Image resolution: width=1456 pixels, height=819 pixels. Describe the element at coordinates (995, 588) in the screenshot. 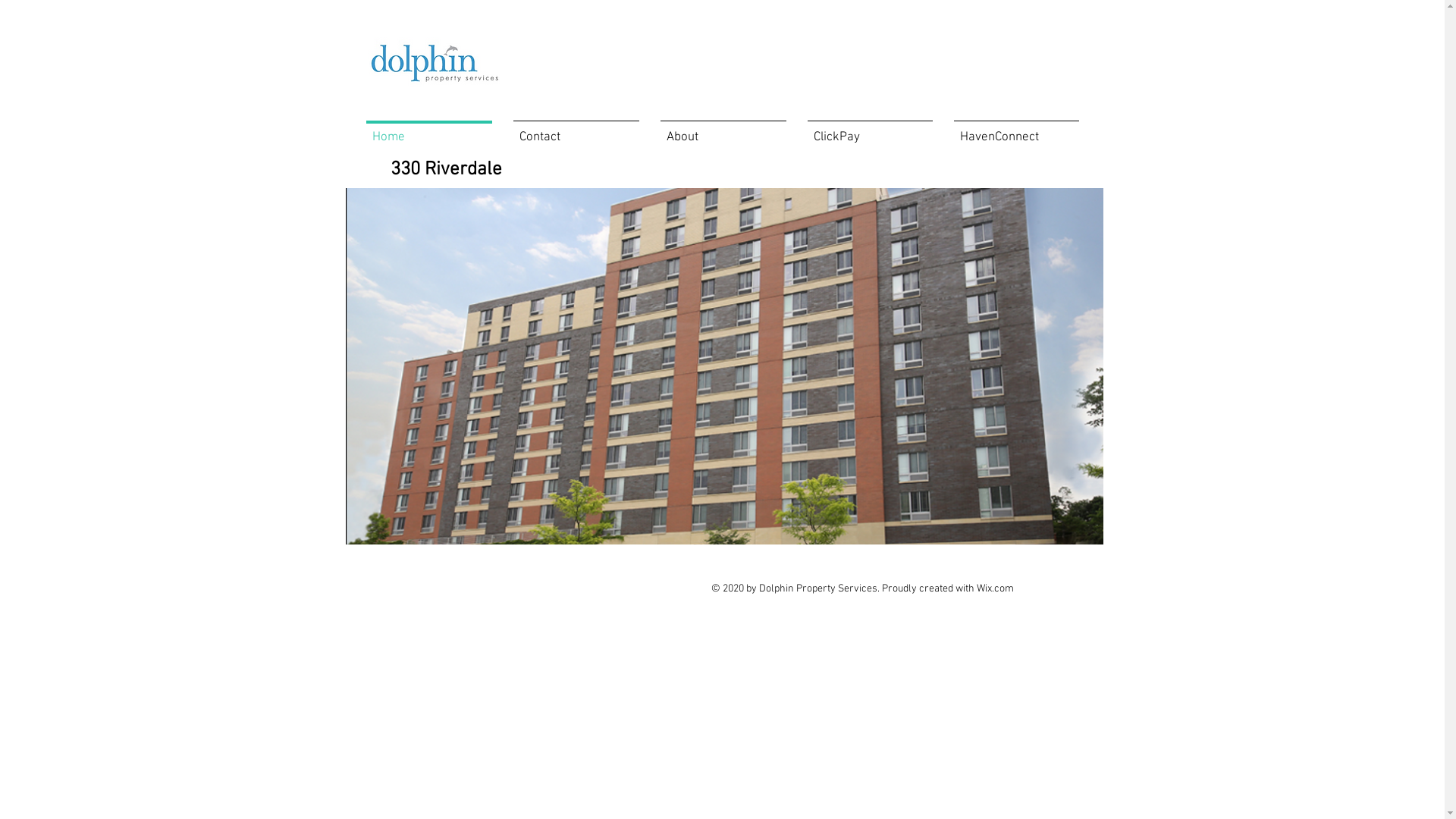

I see `'Wix.com'` at that location.